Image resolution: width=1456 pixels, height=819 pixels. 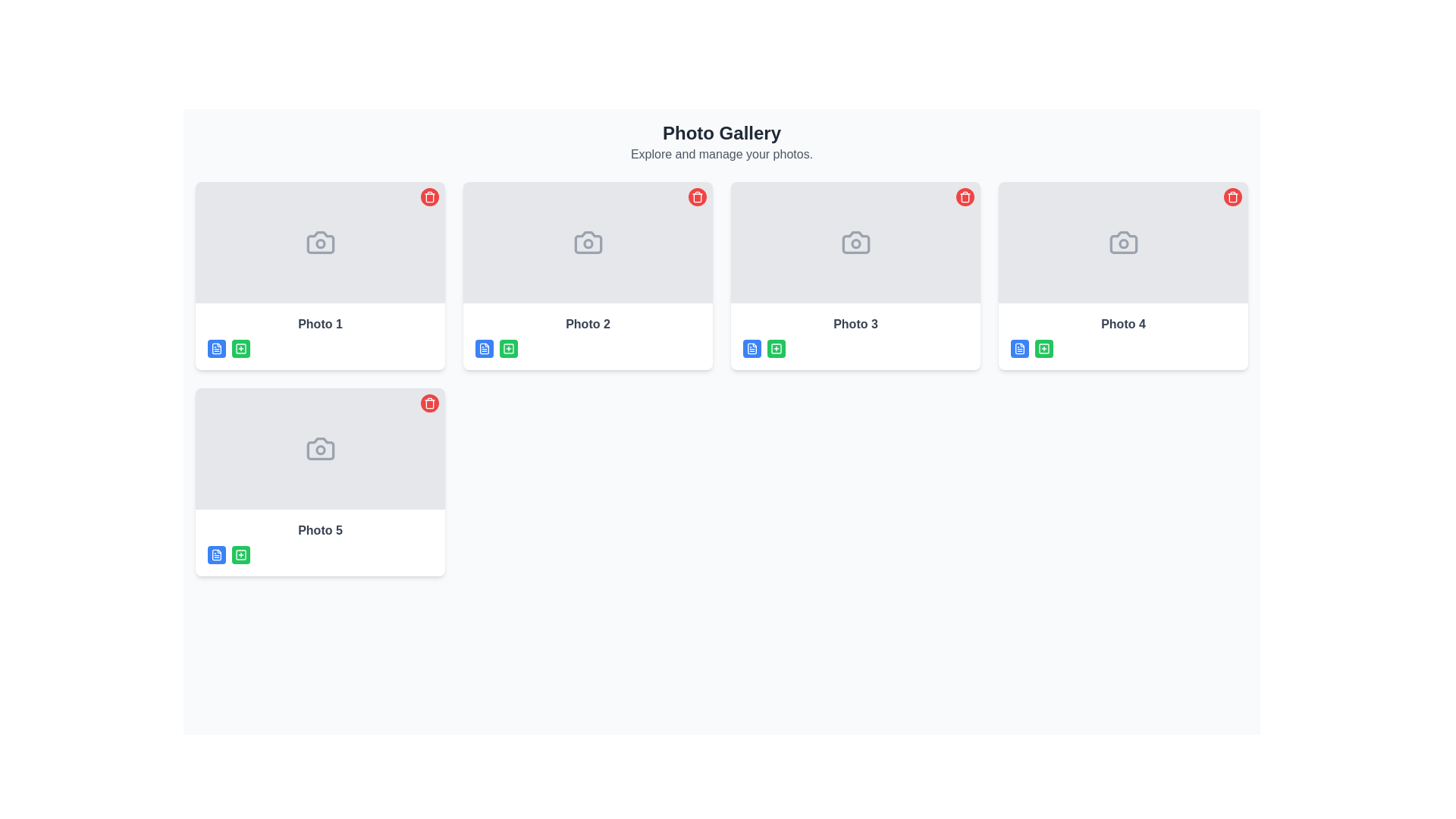 I want to click on the center of the '+' icon represented by the vector graphic component within the SVG structure, which forms the base of the '+' shape, so click(x=240, y=348).